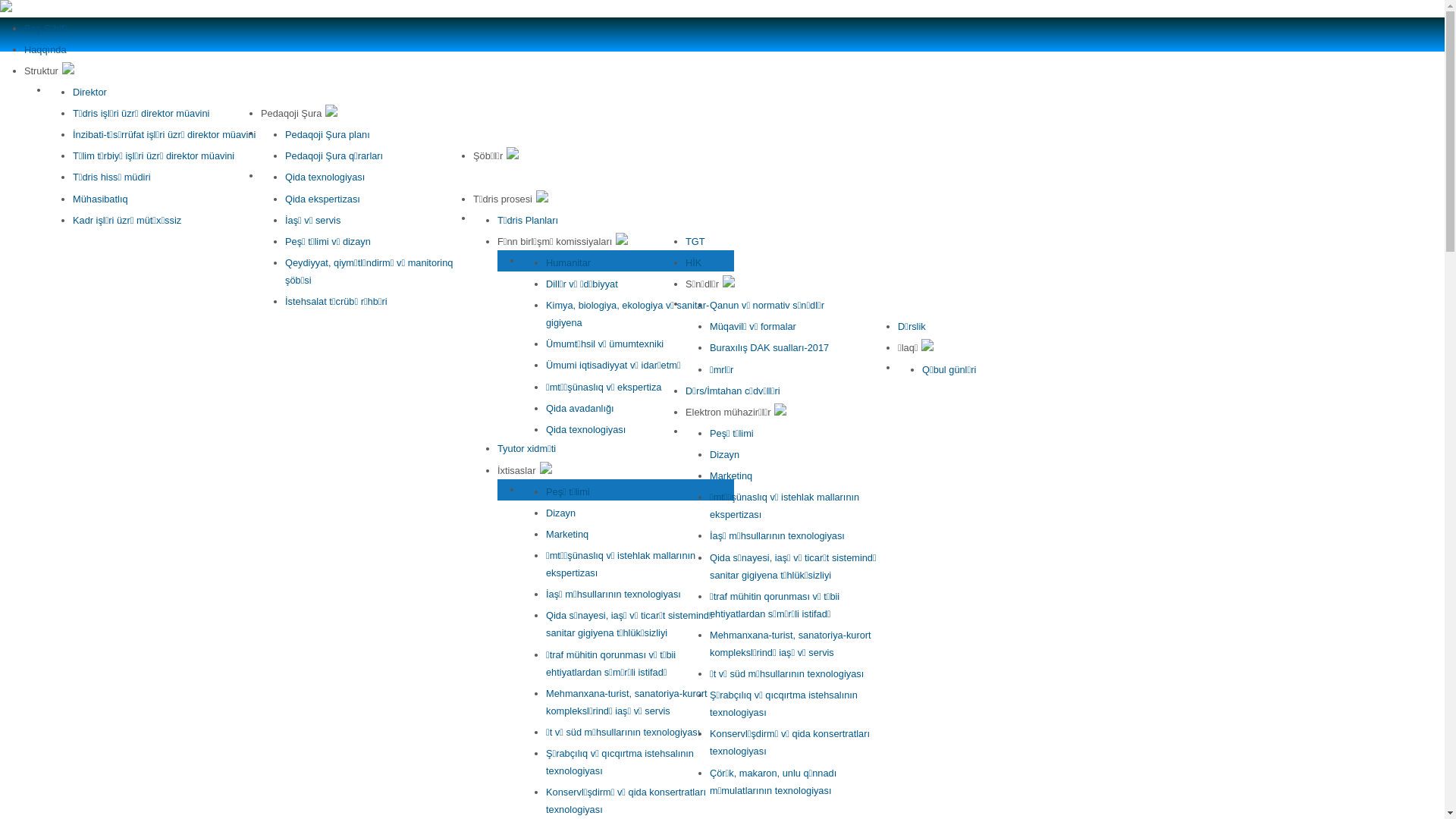  What do you see at coordinates (709, 453) in the screenshot?
I see `'Dizayn'` at bounding box center [709, 453].